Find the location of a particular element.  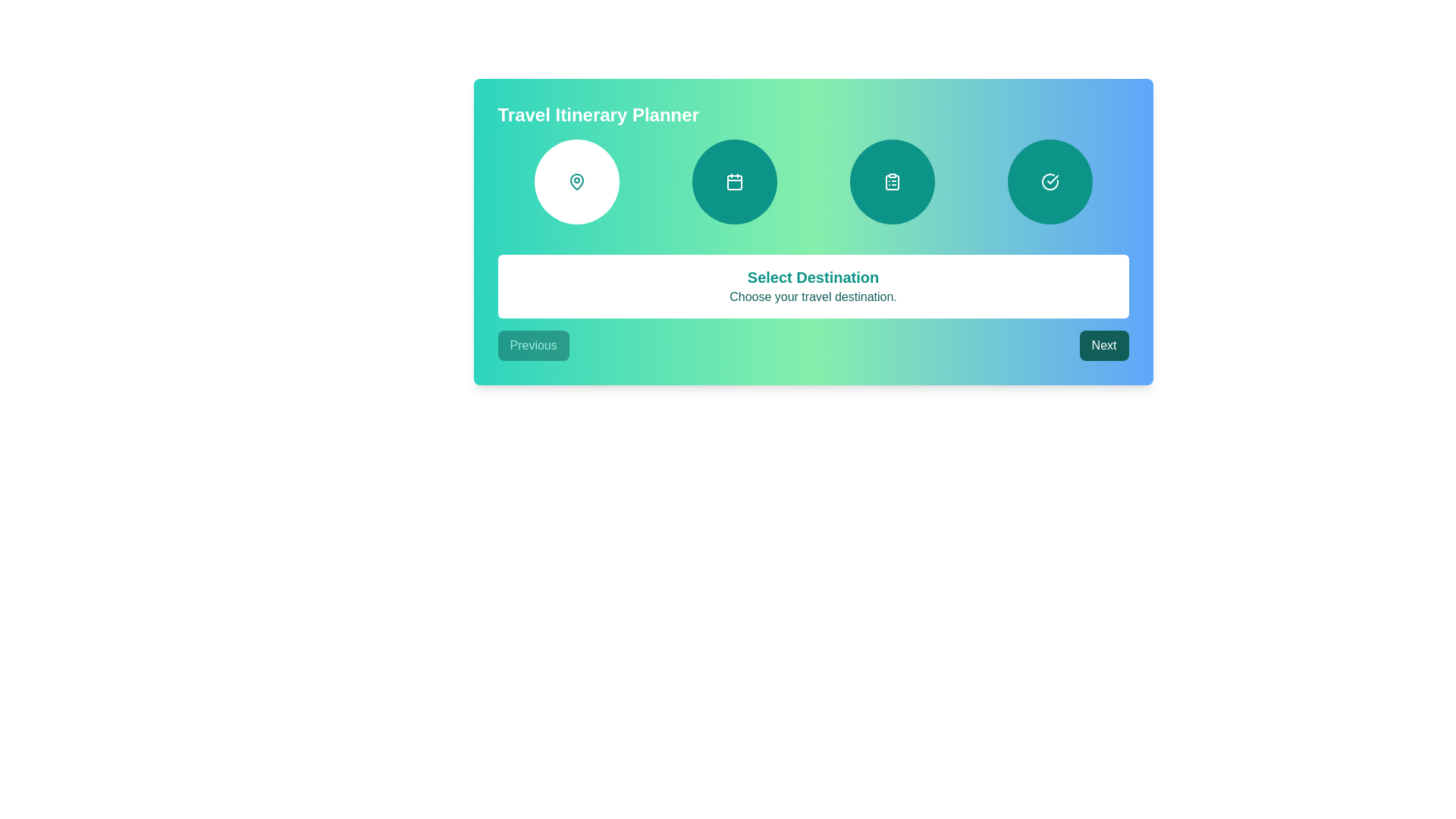

the second circular icon of the calendar, which is part of a calendar icon representation near the top of the layout is located at coordinates (734, 181).